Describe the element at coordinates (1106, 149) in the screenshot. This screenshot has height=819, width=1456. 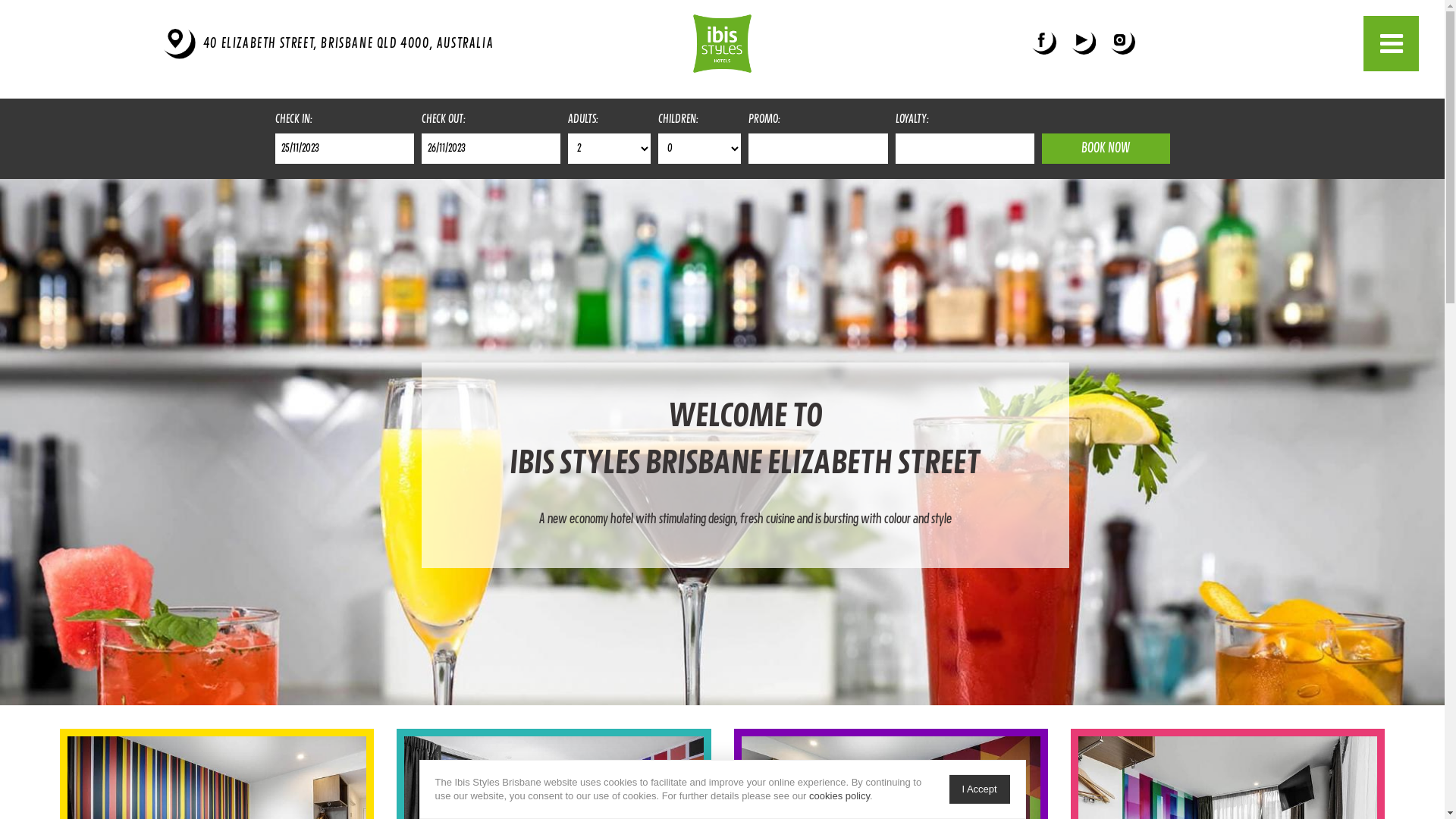
I see `'Book Now'` at that location.